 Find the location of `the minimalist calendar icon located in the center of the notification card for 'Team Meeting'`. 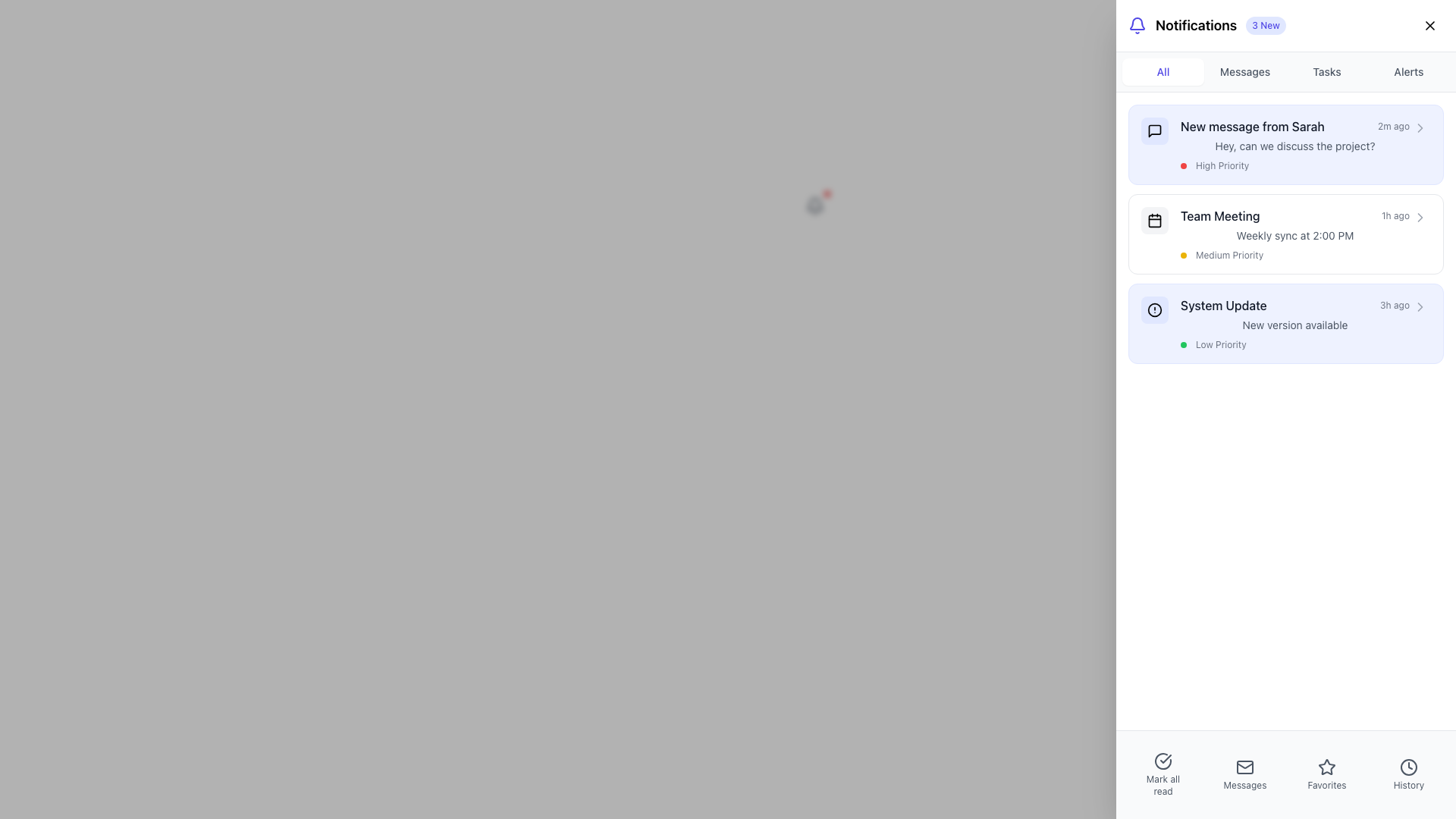

the minimalist calendar icon located in the center of the notification card for 'Team Meeting' is located at coordinates (1153, 220).